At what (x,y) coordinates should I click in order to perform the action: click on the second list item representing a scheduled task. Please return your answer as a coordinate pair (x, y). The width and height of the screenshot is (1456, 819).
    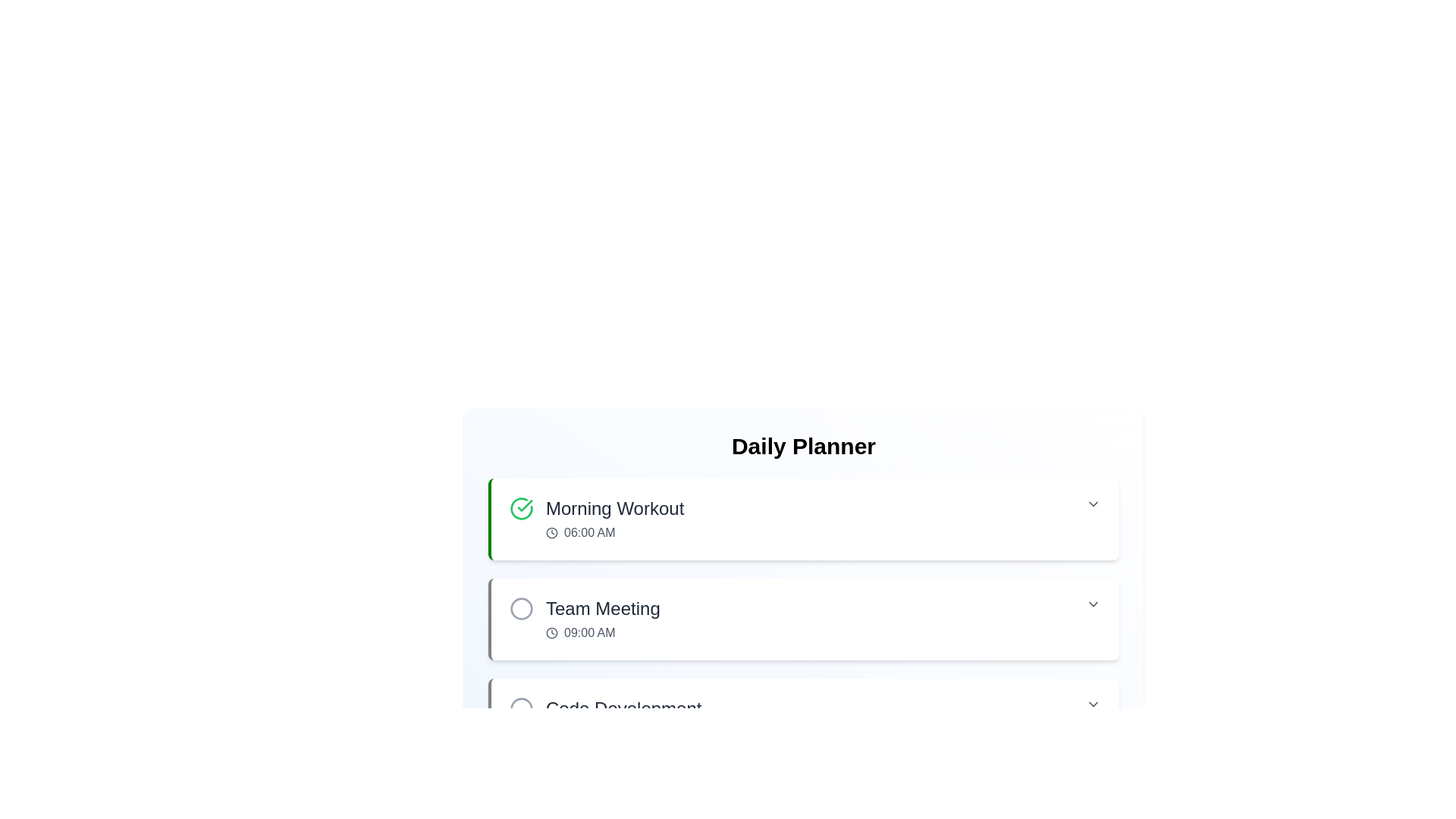
    Looking at the image, I should click on (803, 620).